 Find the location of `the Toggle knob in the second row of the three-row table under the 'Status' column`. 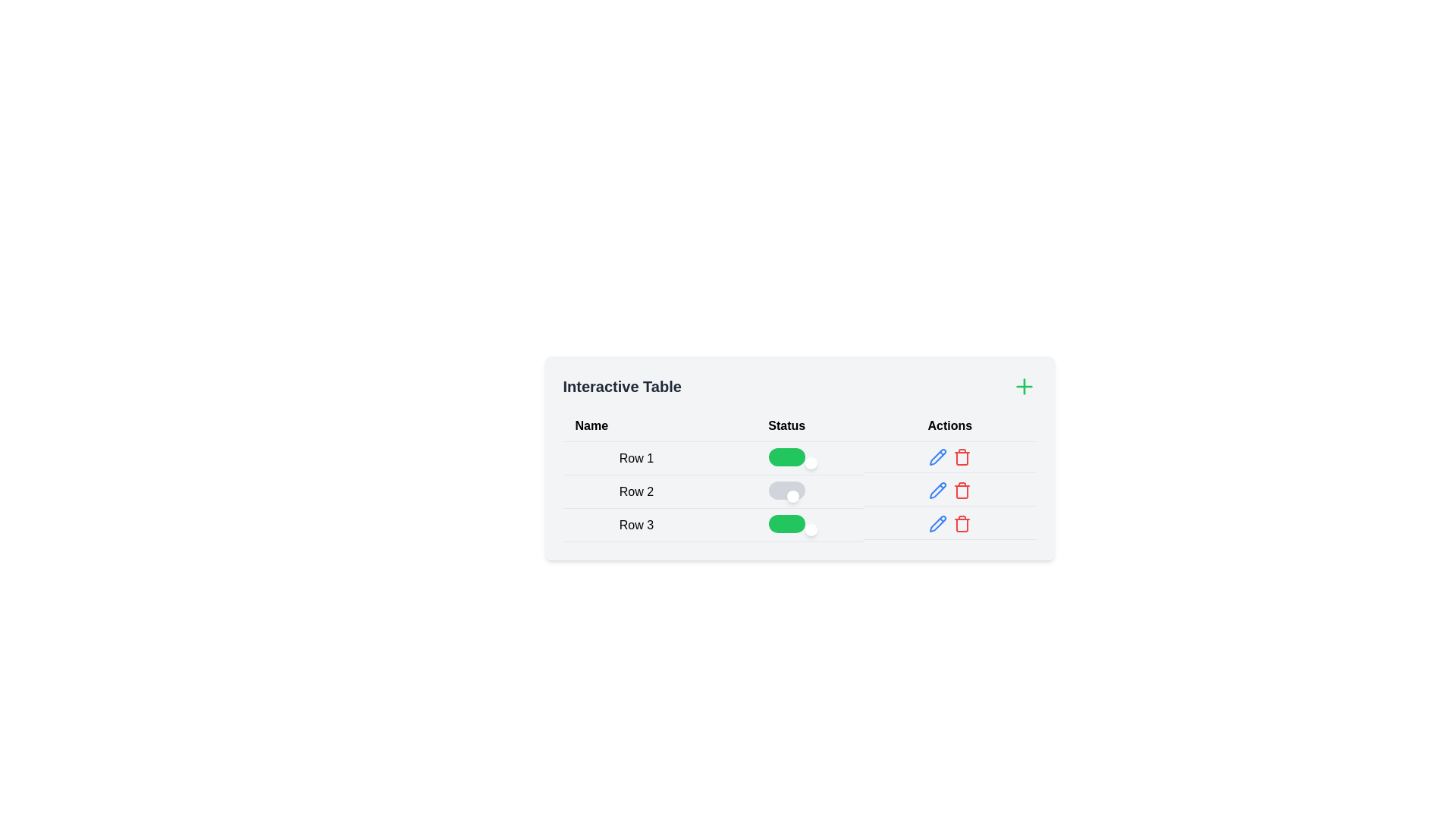

the Toggle knob in the second row of the three-row table under the 'Status' column is located at coordinates (792, 497).